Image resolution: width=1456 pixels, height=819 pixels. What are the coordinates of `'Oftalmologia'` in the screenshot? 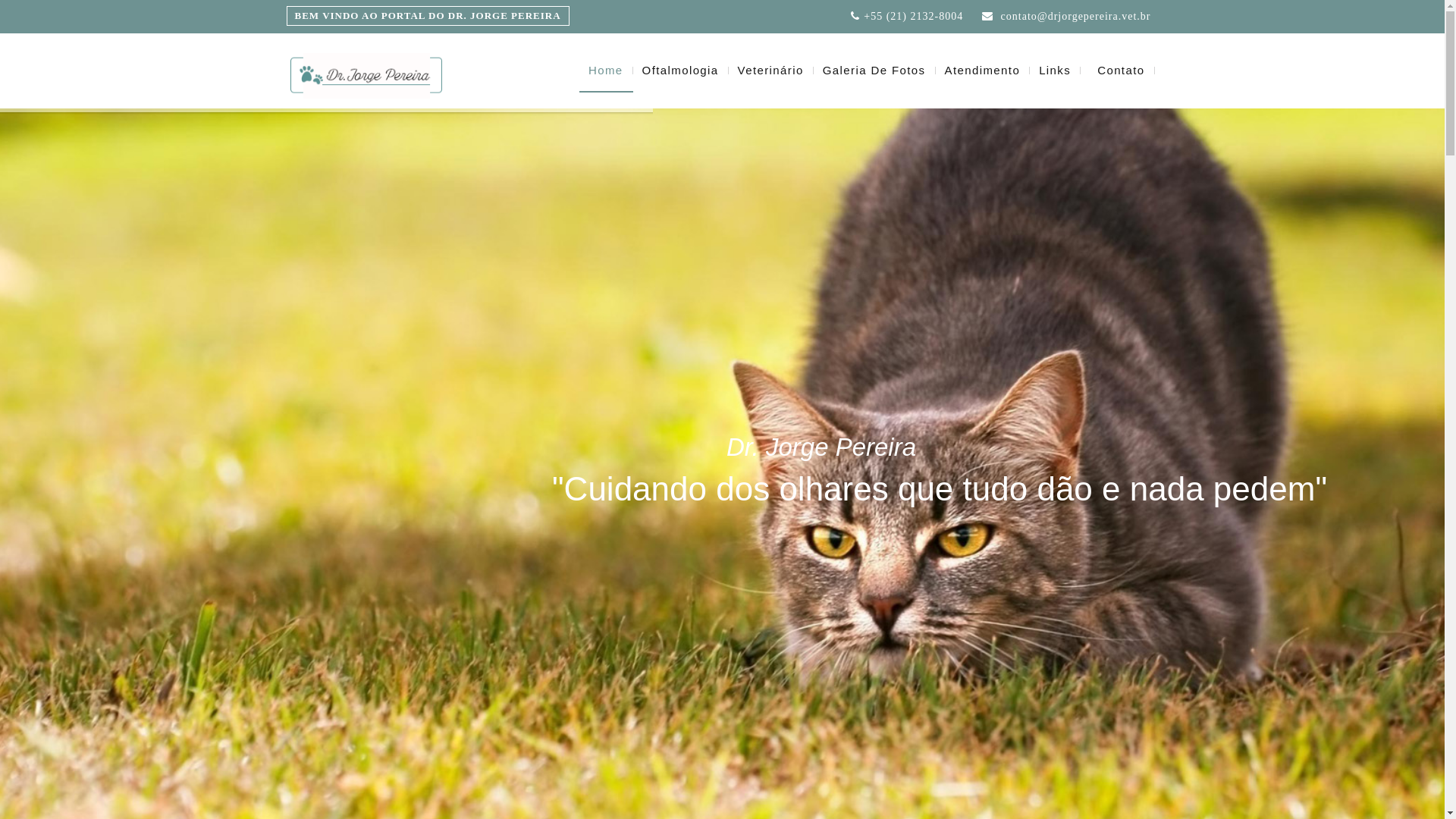 It's located at (679, 70).